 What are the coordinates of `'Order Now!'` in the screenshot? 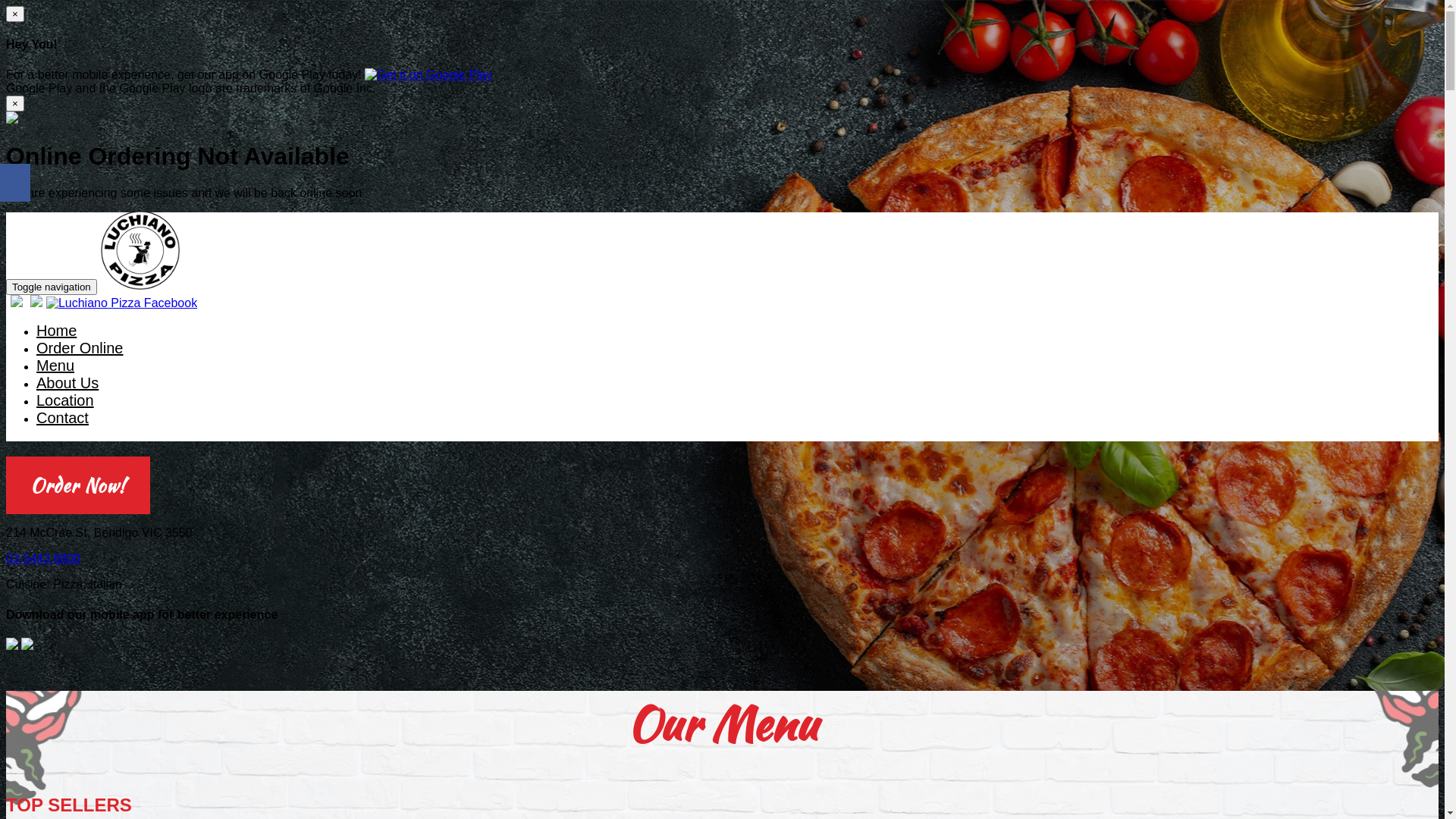 It's located at (77, 488).